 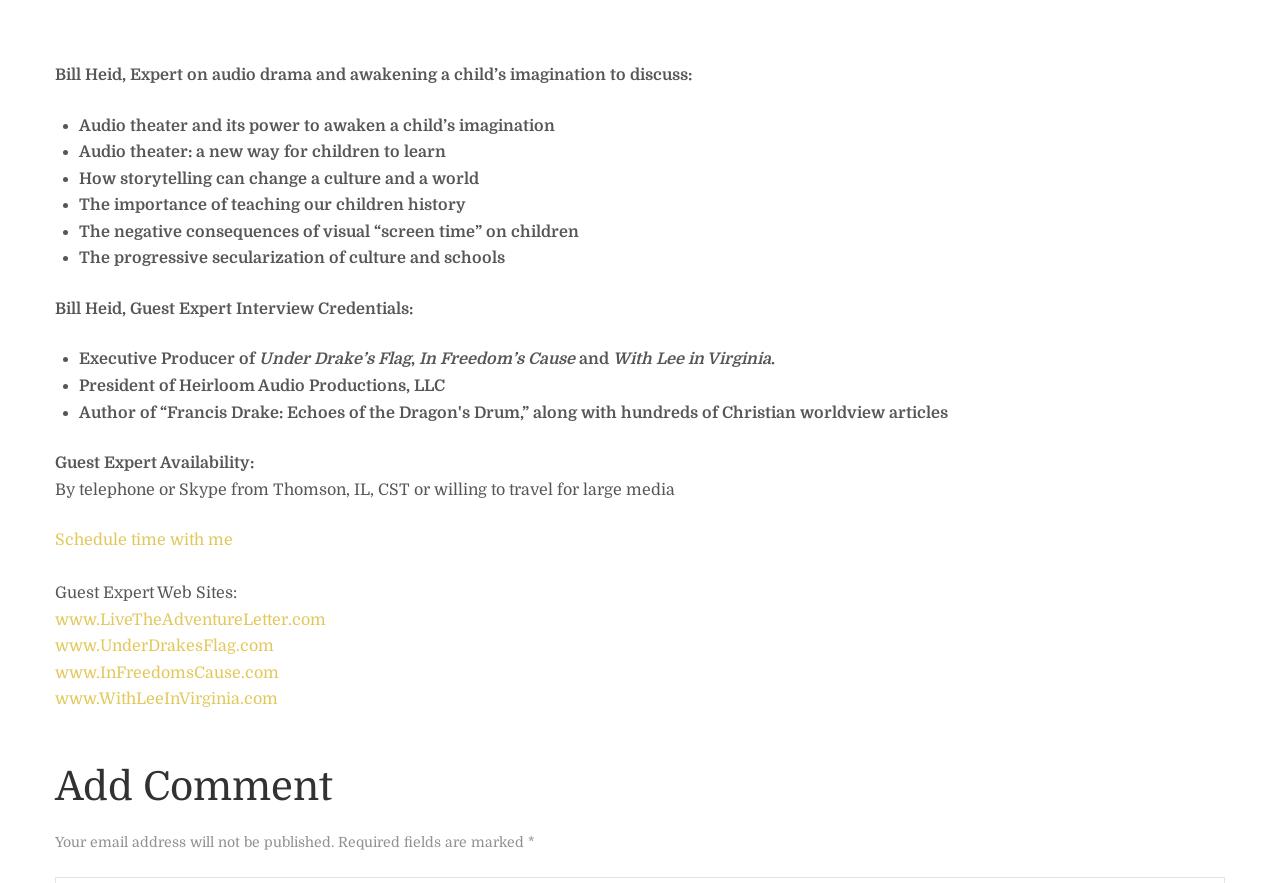 I want to click on 'Add Comment', so click(x=55, y=784).